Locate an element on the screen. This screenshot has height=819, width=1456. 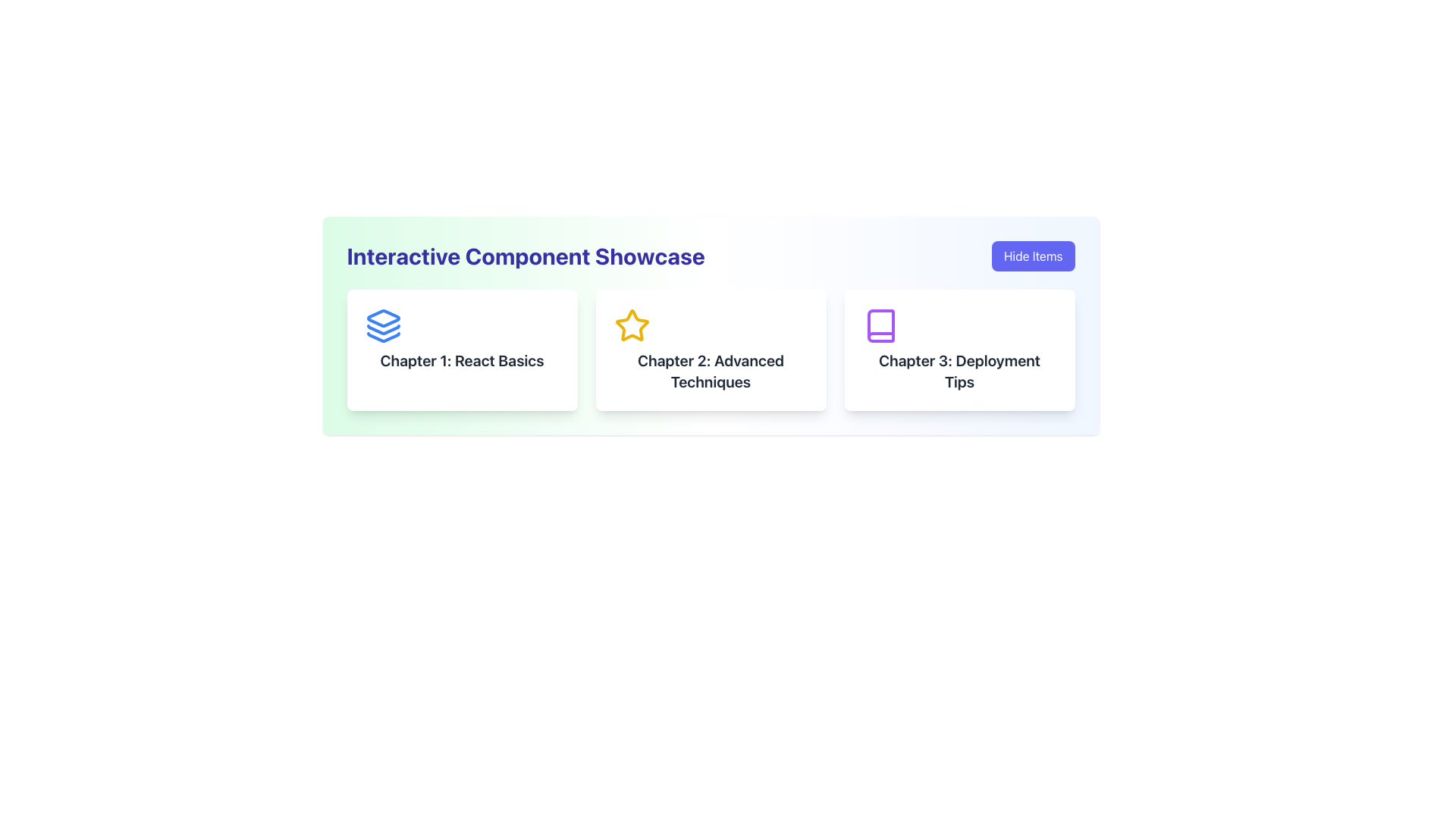
the 3D stack graphical element with a blue outline, located centrally within the first card above the text 'Chapter 1: React Basics', to interact with the card or icon is located at coordinates (383, 318).